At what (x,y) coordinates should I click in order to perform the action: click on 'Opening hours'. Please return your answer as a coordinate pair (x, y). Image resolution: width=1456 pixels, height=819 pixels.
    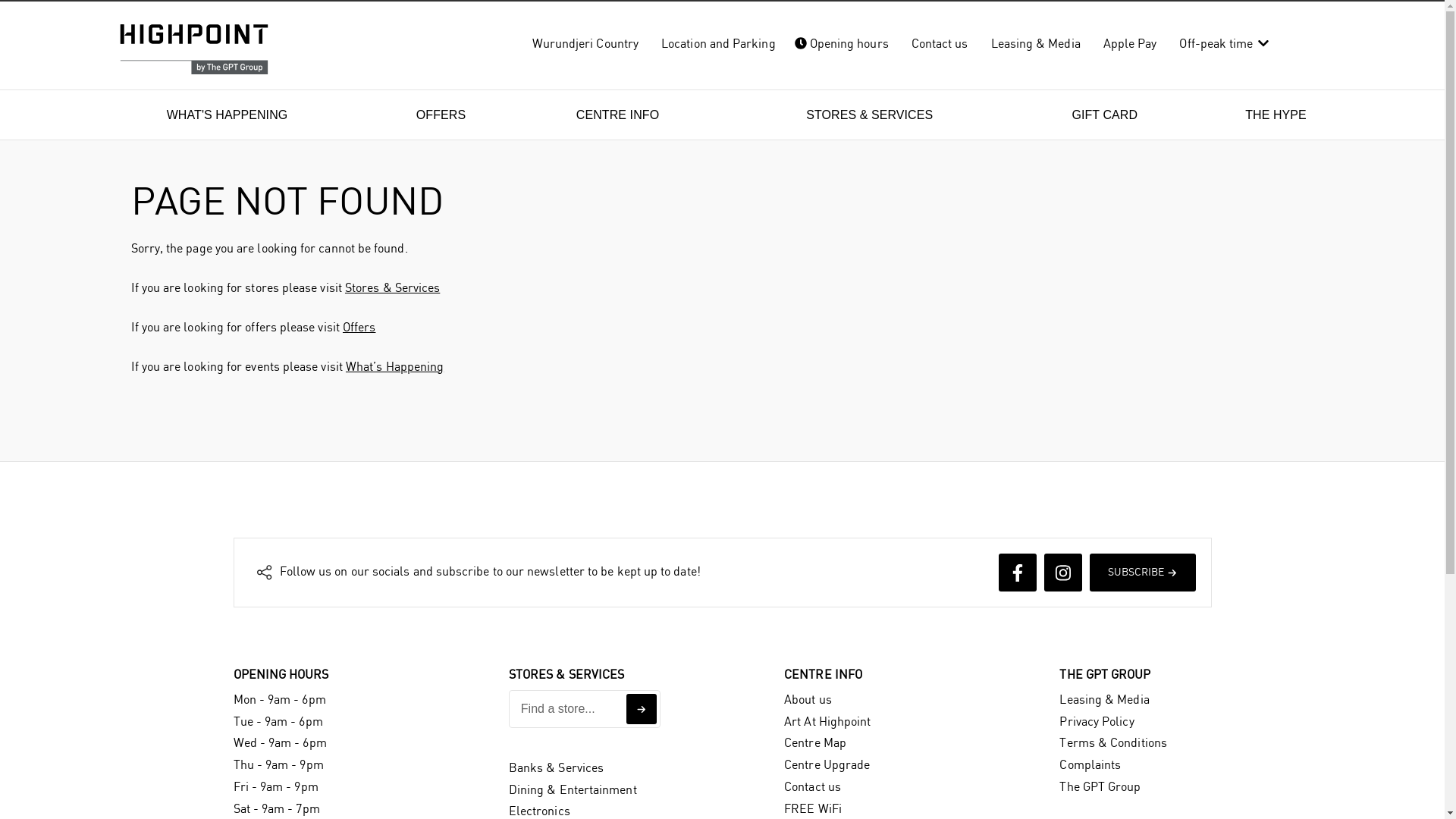
    Looking at the image, I should click on (786, 43).